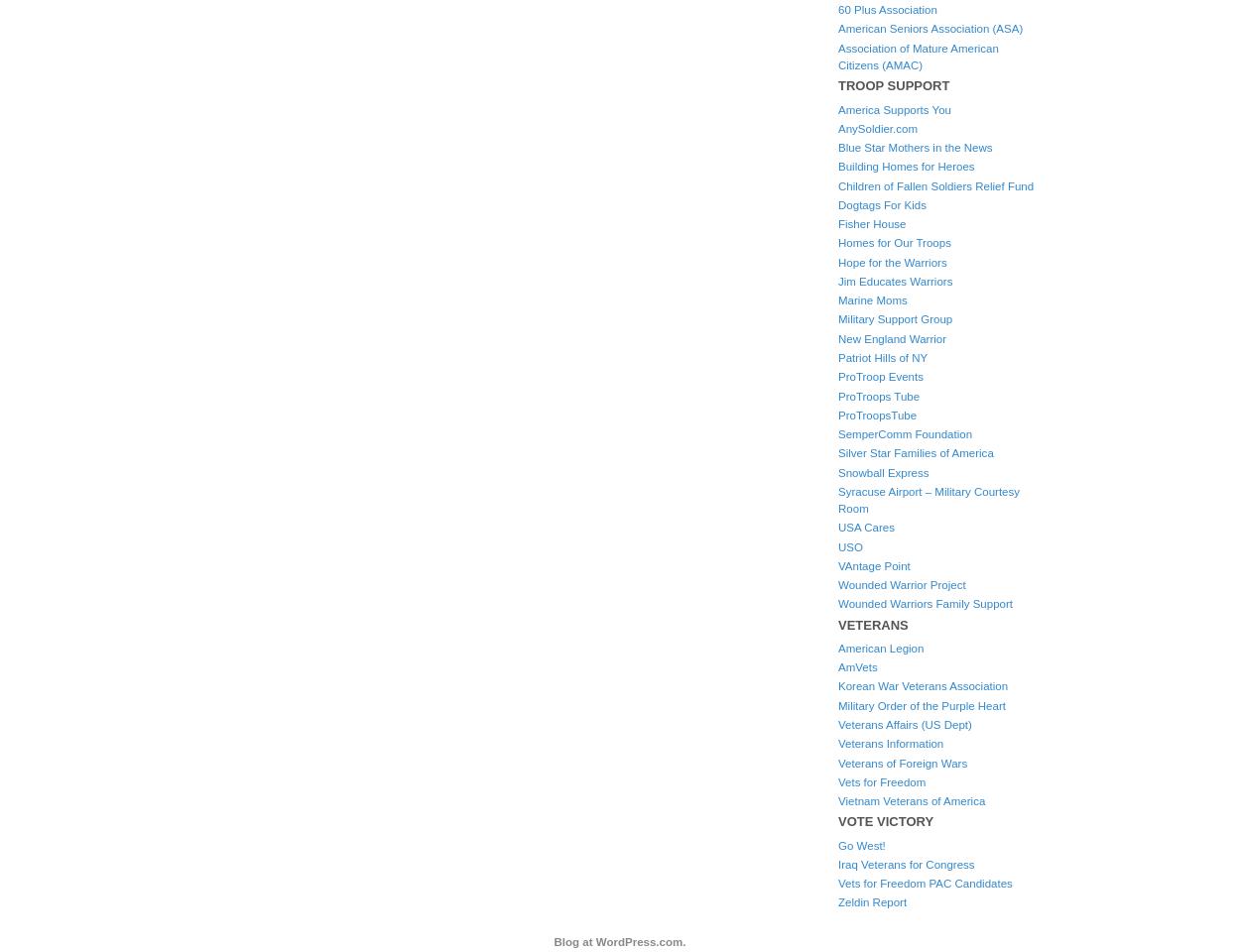 Image resolution: width=1240 pixels, height=952 pixels. I want to click on 'Korean War Veterans Association', so click(923, 685).